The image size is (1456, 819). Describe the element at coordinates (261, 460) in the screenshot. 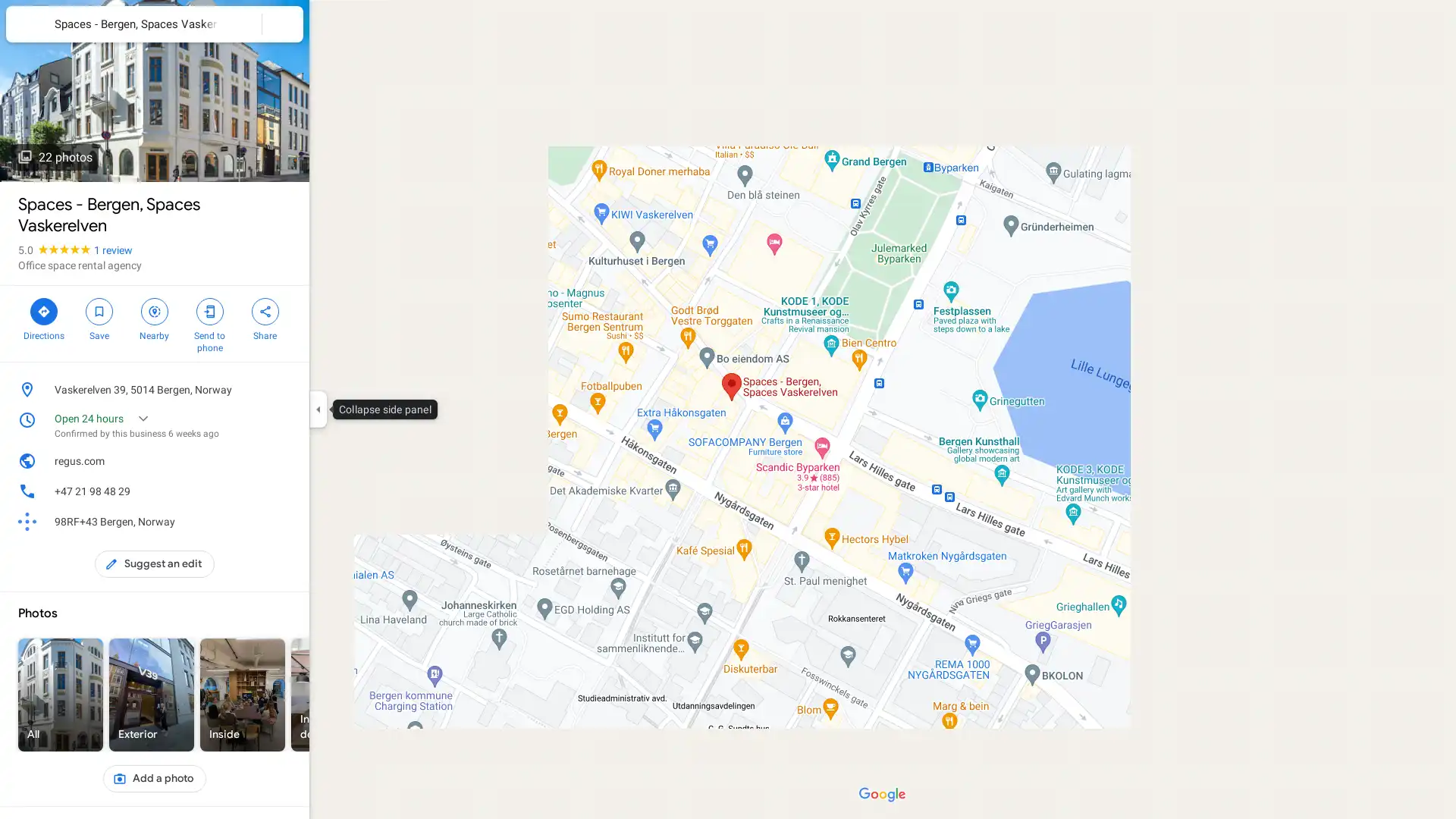

I see `Open website` at that location.